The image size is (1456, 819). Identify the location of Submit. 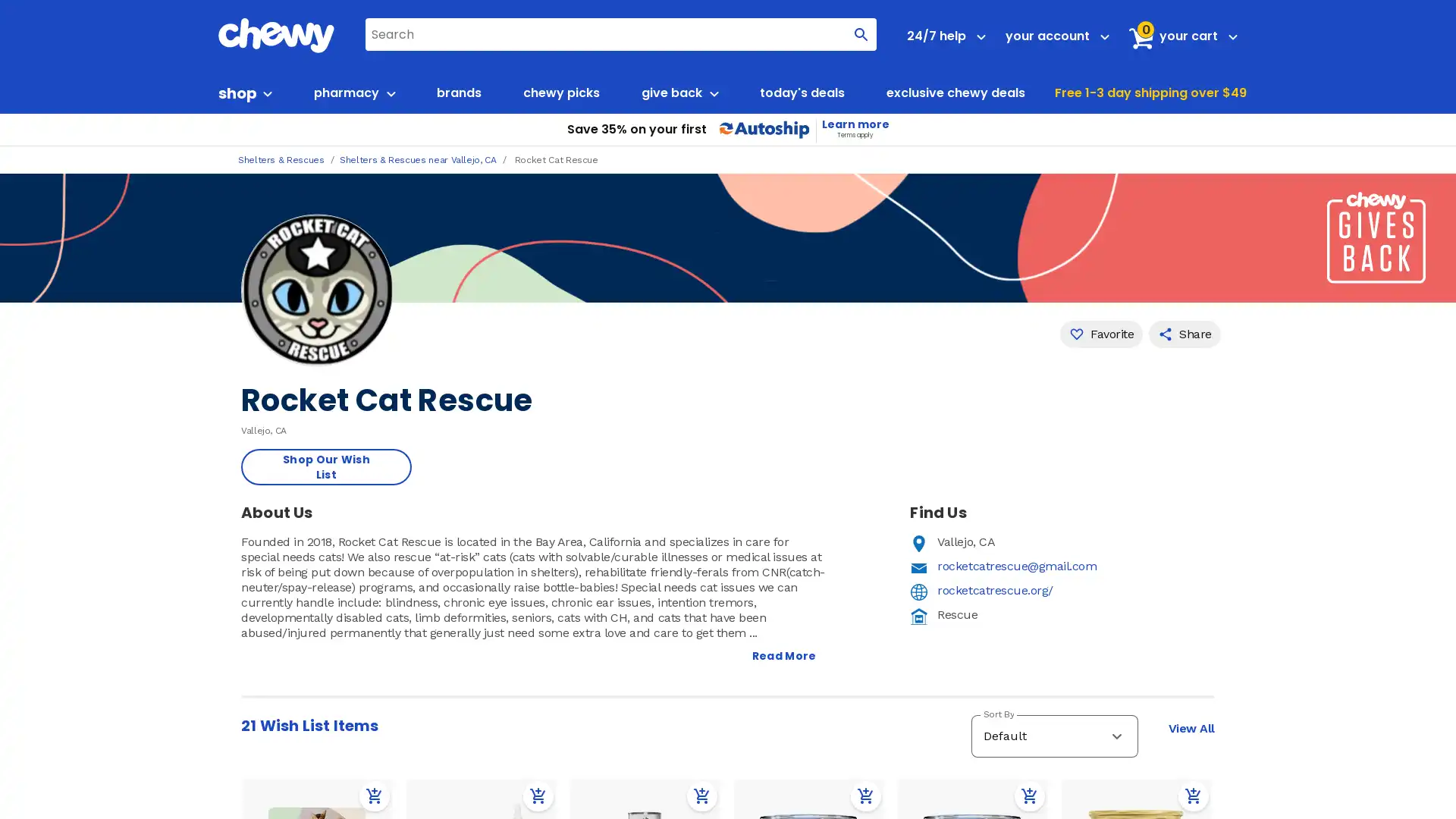
(861, 34).